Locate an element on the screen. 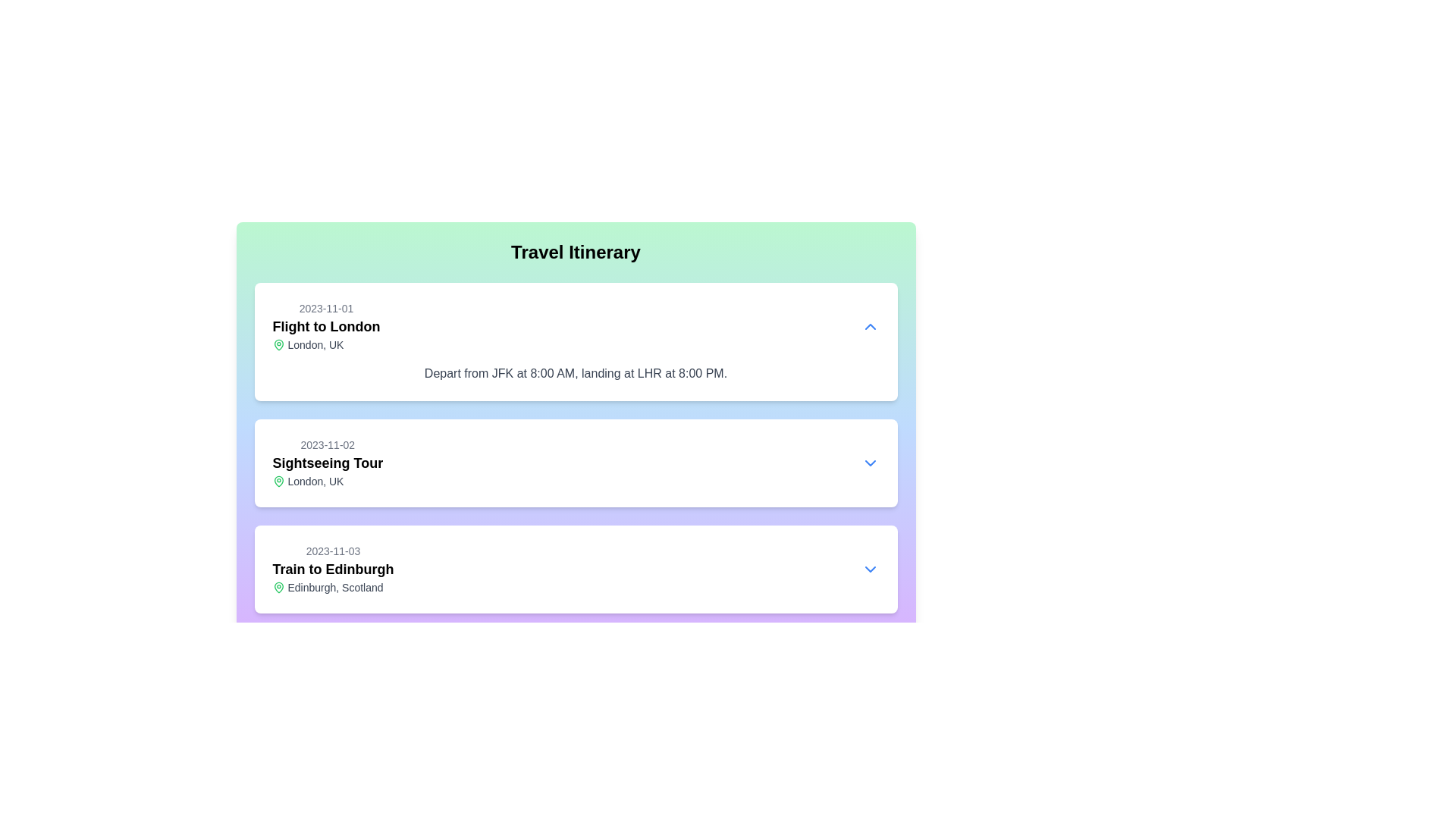 Image resolution: width=1456 pixels, height=819 pixels. the text label displaying 'Sightseeing Tour', which is centrally aligned below the date label '2023-11-02' and above the location label 'London, UK' is located at coordinates (327, 462).